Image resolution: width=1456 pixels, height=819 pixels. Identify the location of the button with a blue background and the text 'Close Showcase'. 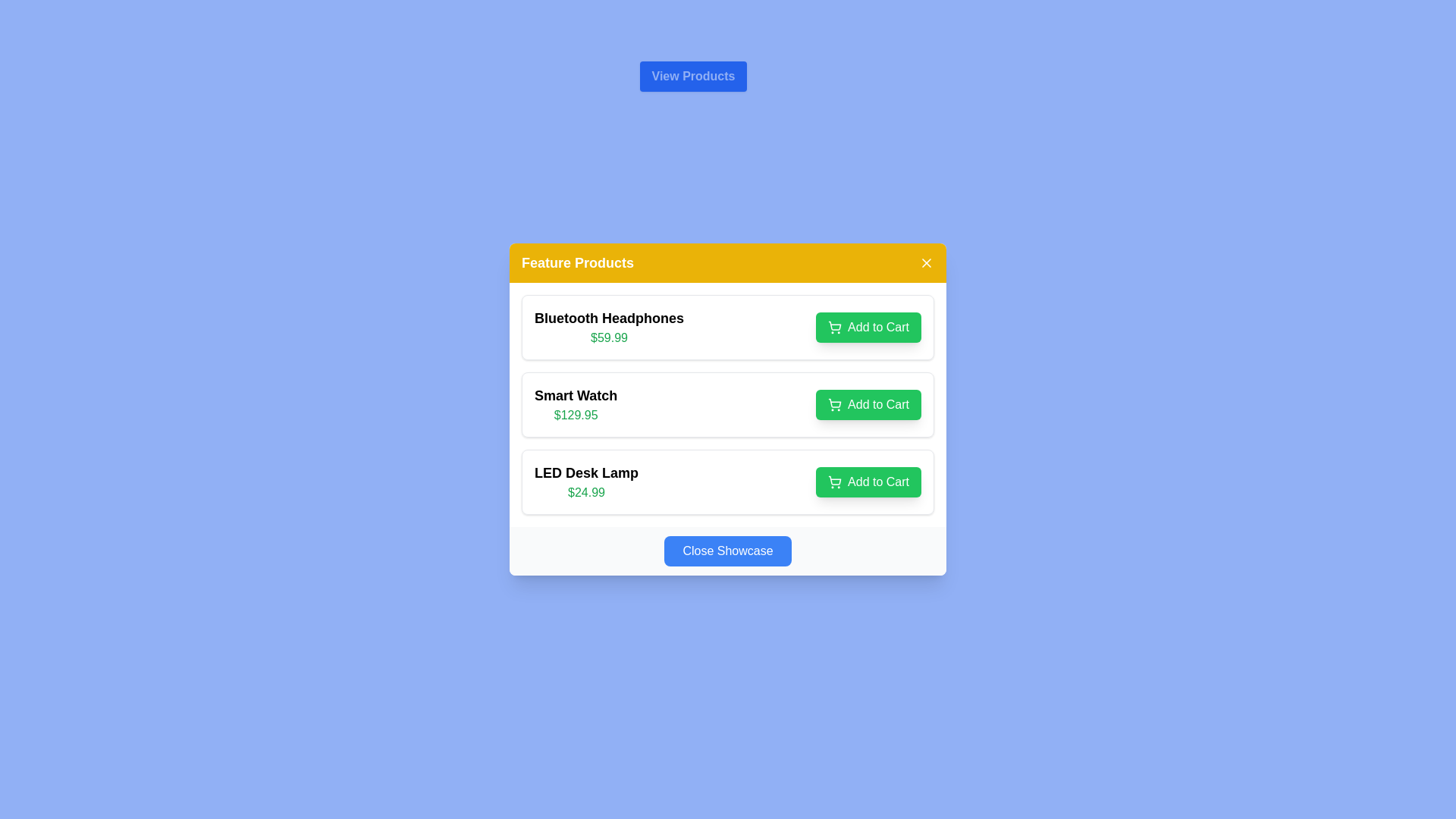
(728, 551).